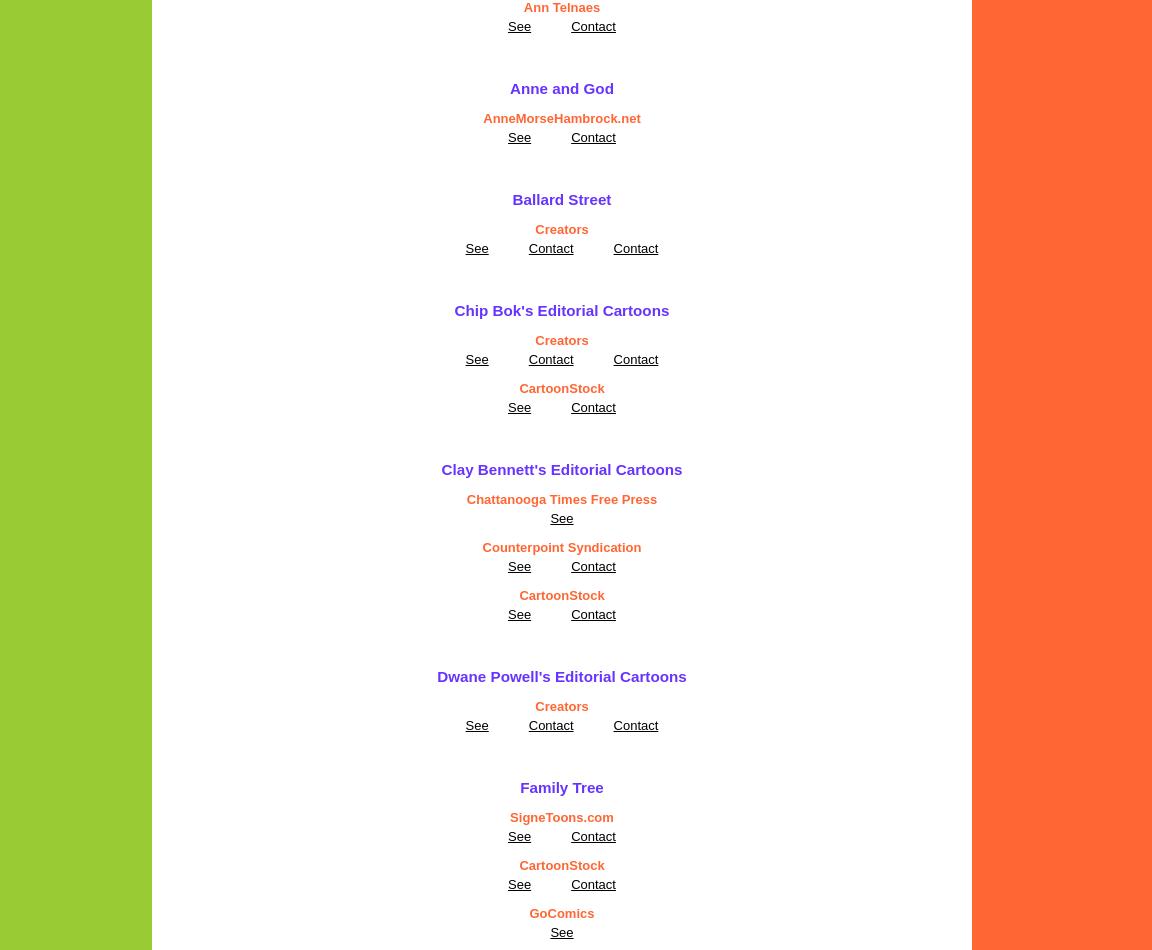  I want to click on 'Clay Bennett's Editorial Cartoons', so click(561, 468).